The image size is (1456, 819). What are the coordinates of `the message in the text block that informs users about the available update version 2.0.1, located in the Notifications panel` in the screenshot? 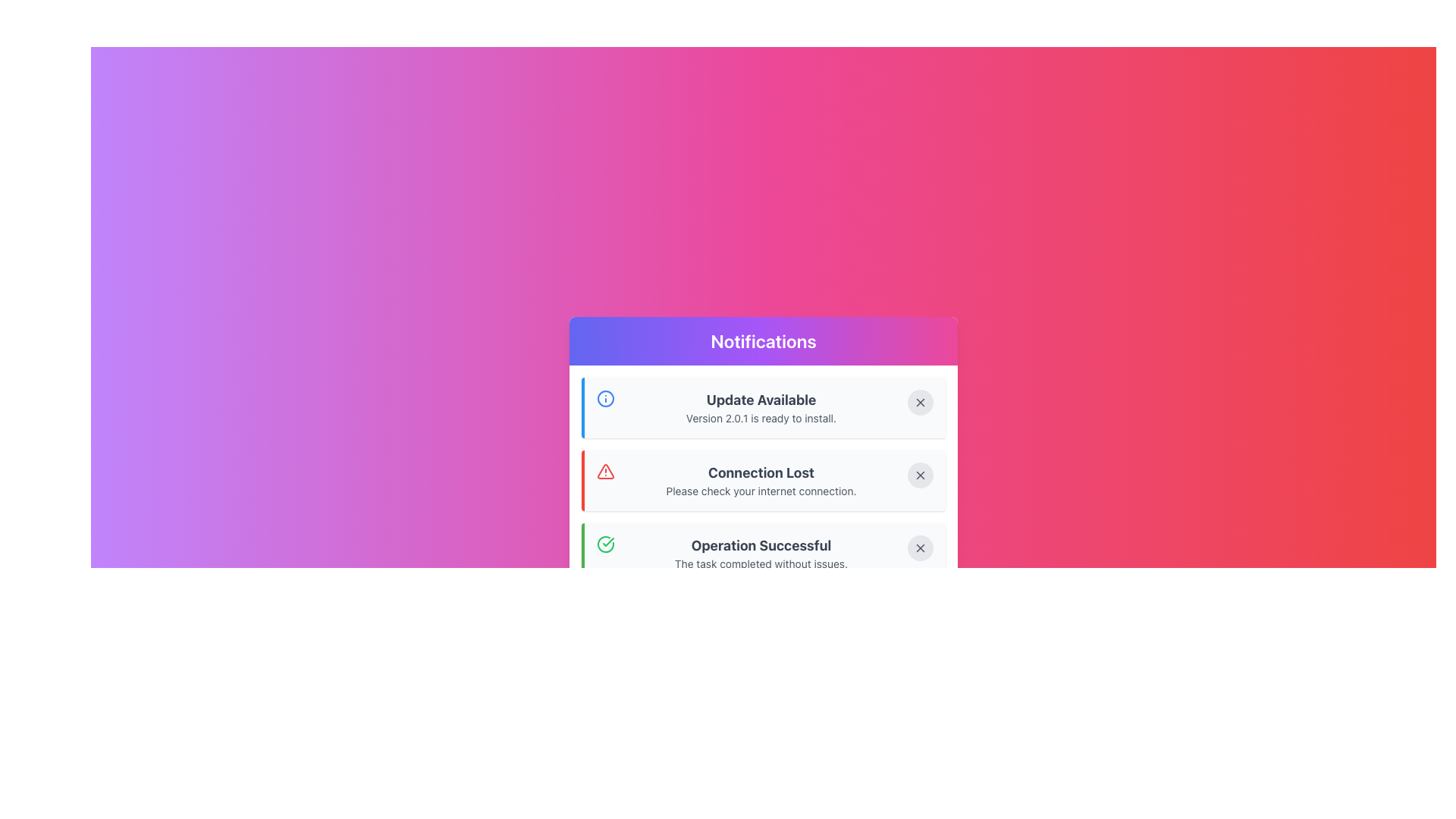 It's located at (761, 406).